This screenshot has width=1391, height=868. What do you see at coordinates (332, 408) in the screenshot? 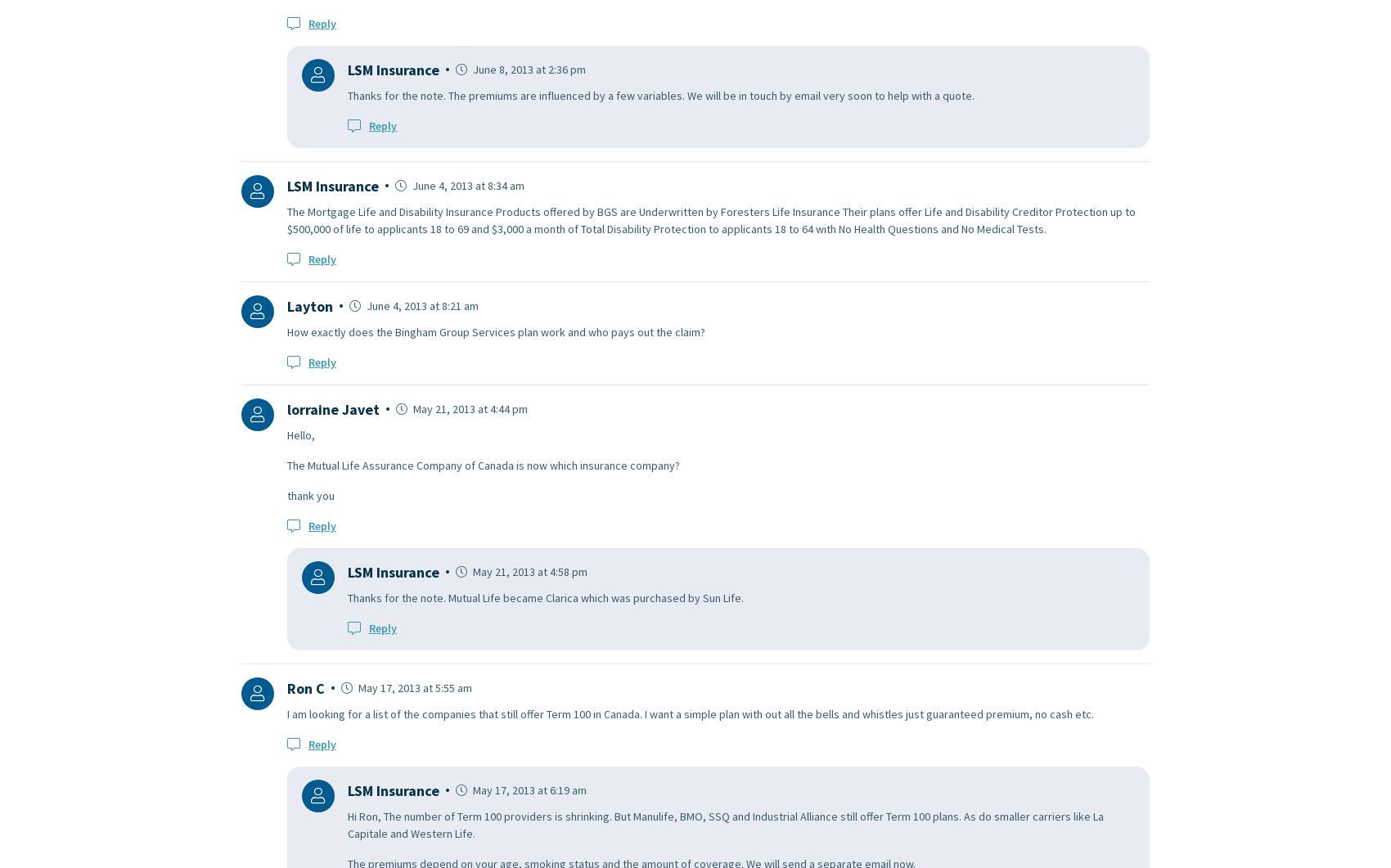
I see `'lorraine Javet'` at bounding box center [332, 408].